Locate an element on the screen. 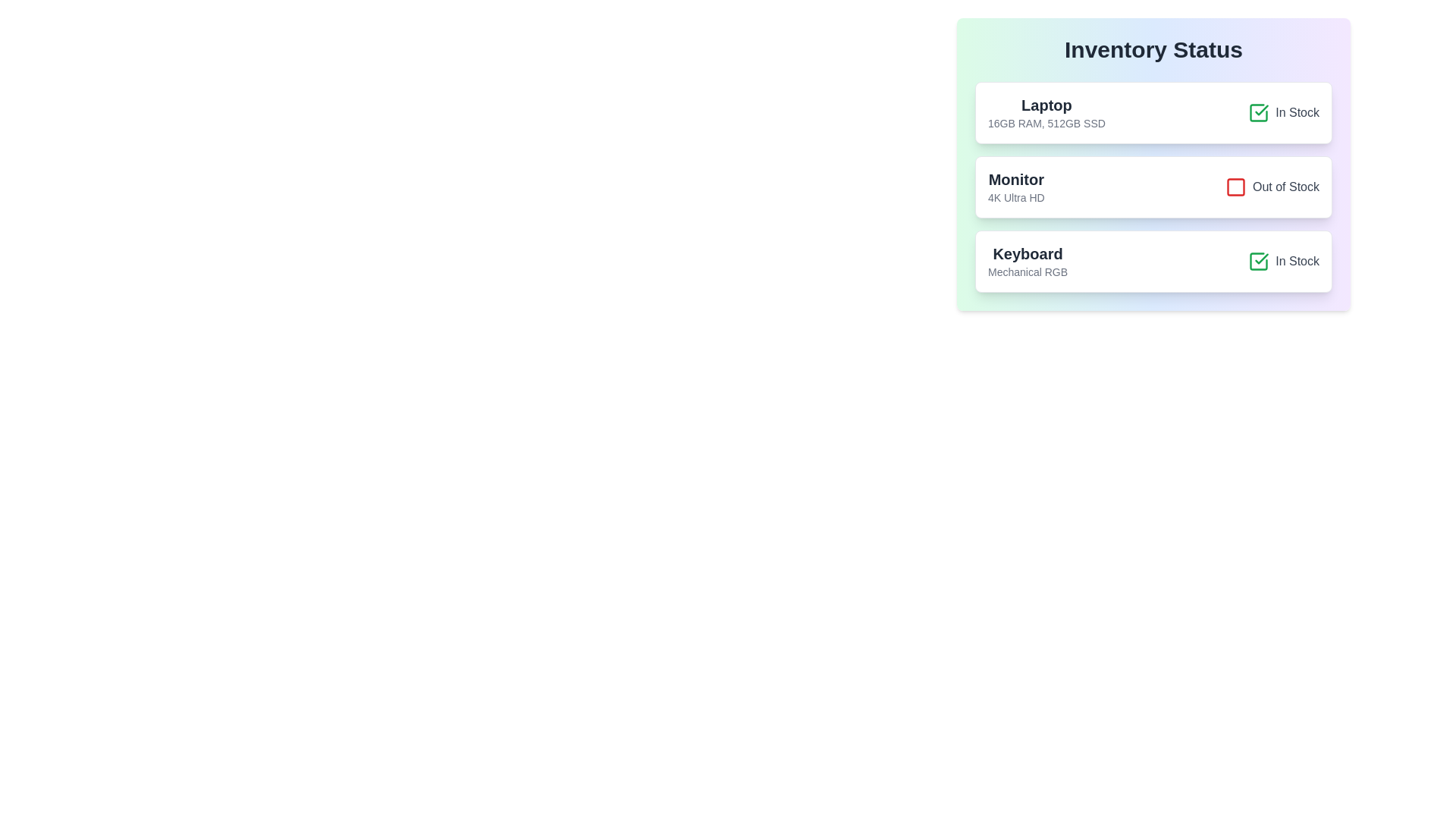 The height and width of the screenshot is (819, 1456). the green square icon with a checkmark inside, located next to the 'In Stock' text under the 'Inventory Status' heading for the 'Laptop' item is located at coordinates (1259, 112).